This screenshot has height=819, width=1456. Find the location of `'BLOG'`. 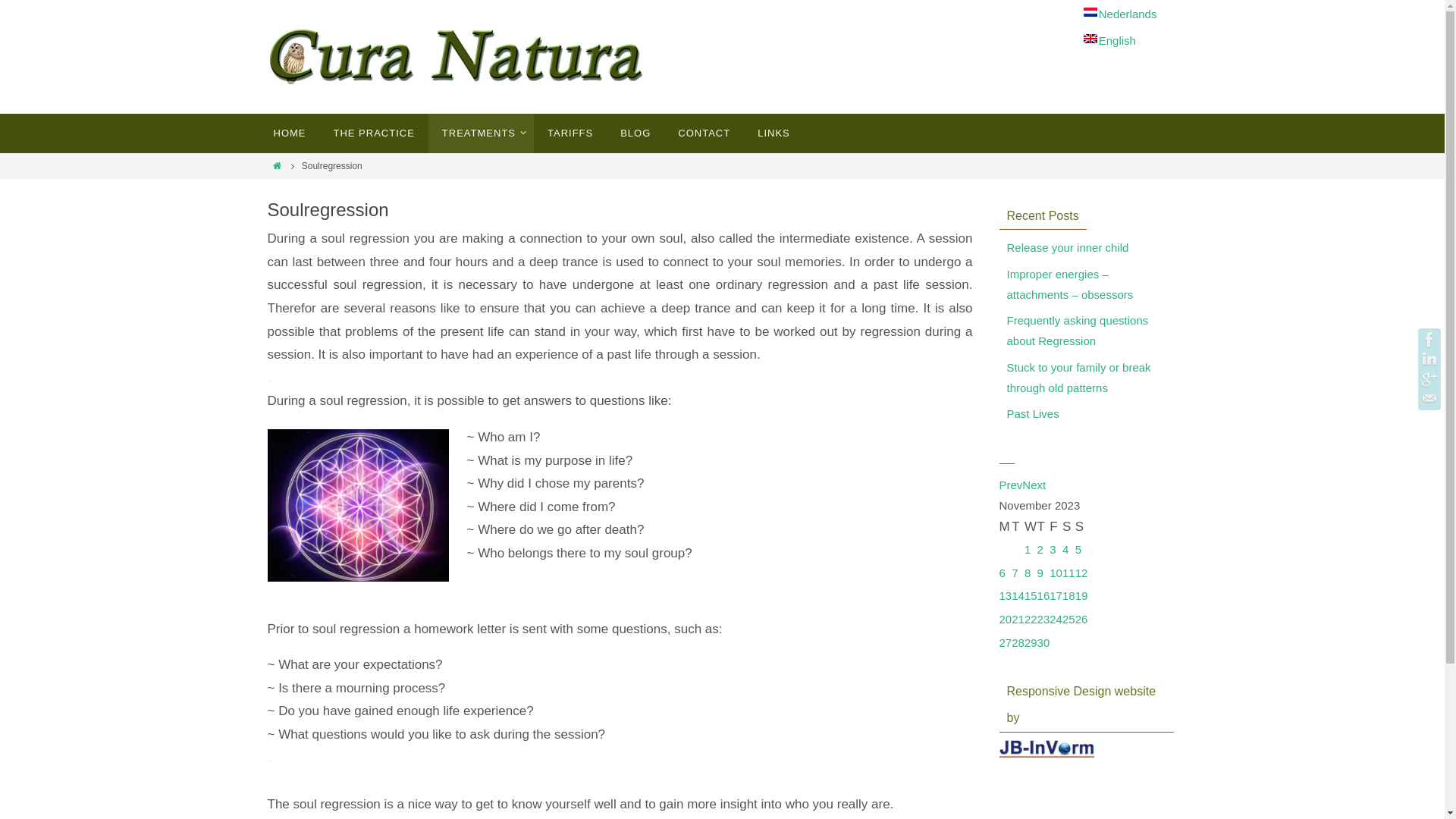

'BLOG' is located at coordinates (635, 133).